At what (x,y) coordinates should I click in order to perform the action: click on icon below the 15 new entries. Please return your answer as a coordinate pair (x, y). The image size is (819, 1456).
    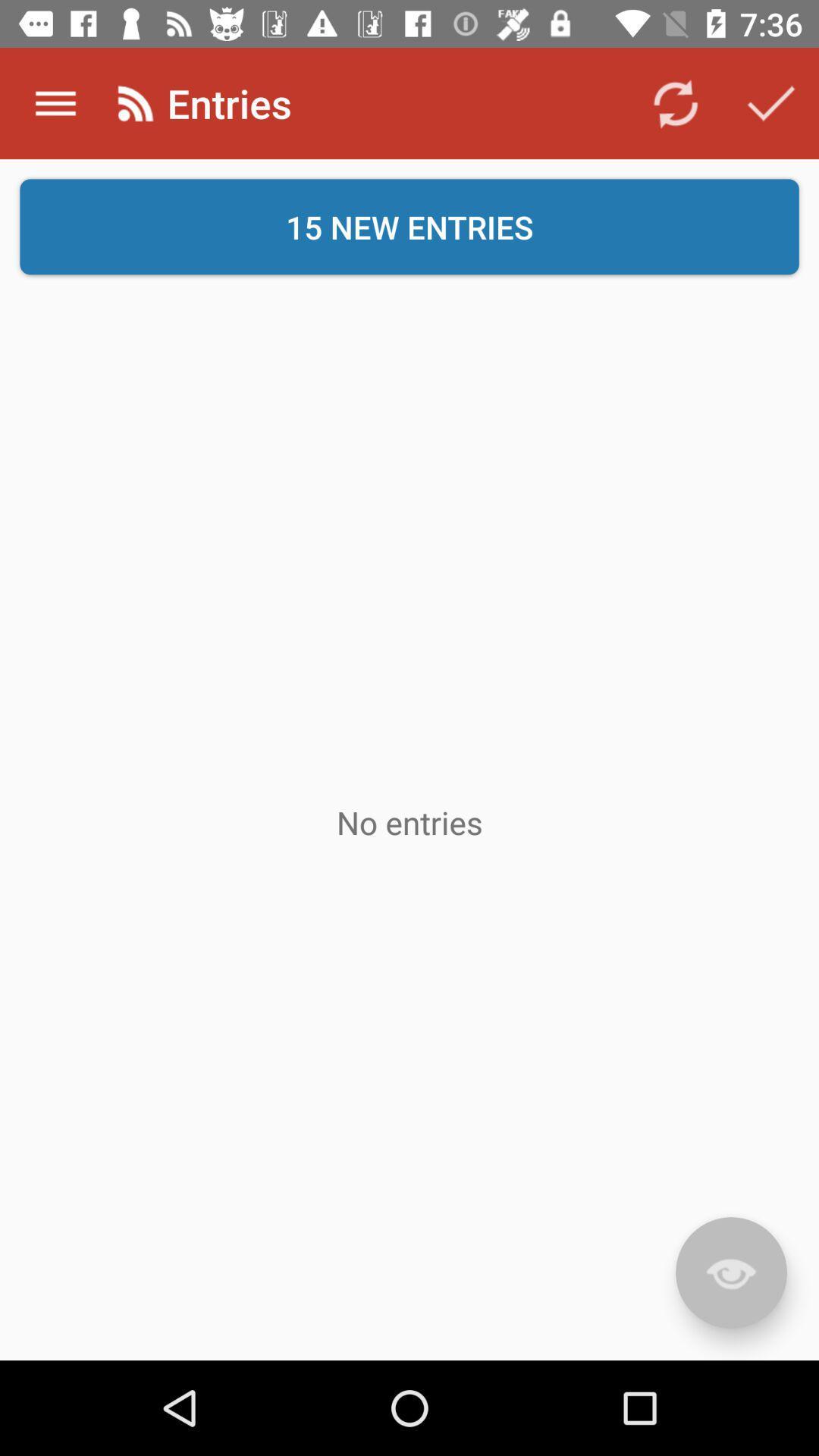
    Looking at the image, I should click on (409, 821).